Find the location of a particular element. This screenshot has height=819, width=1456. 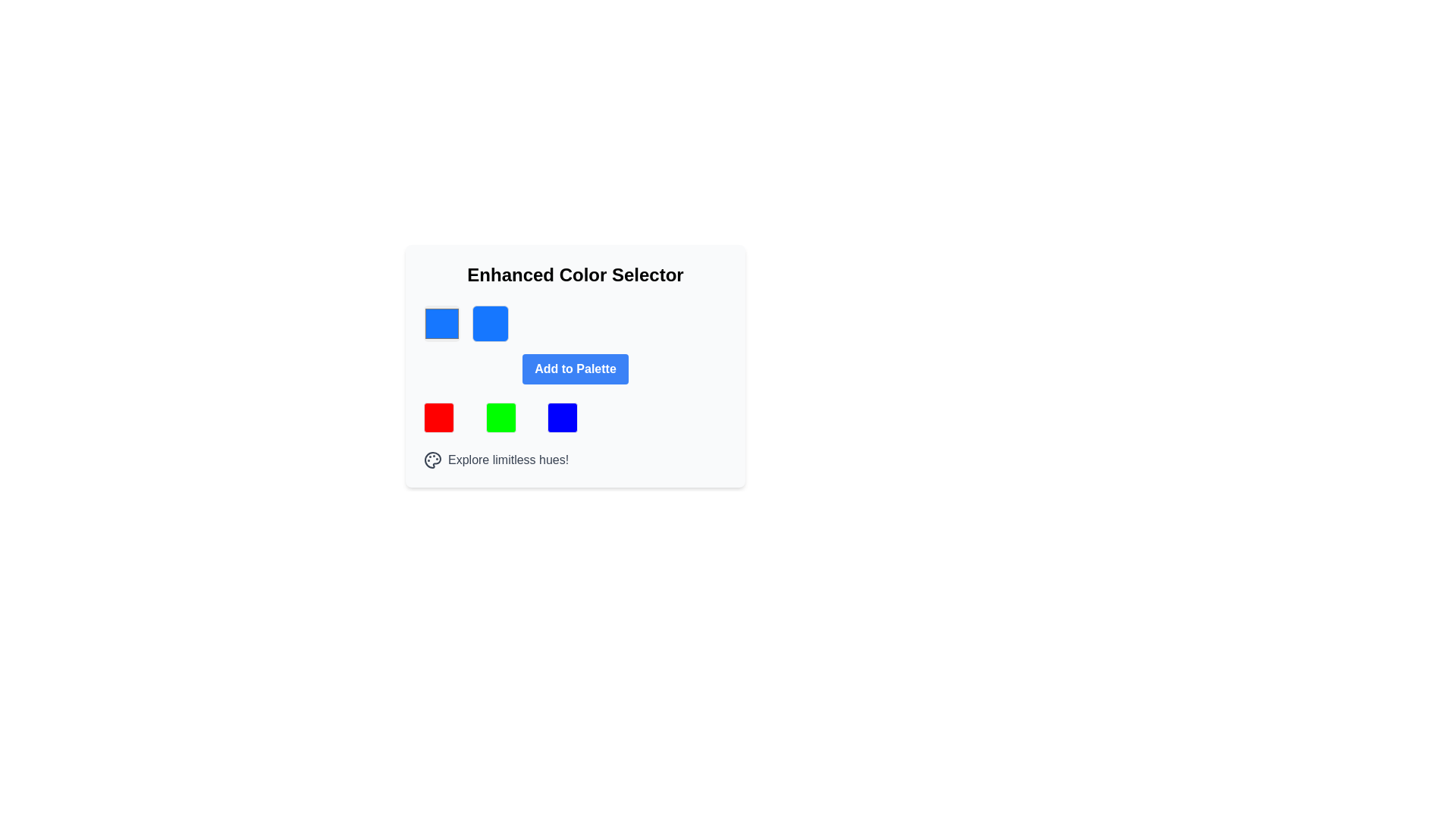

the button for adding a selected color to the palette located in the 'Enhanced Color Selector' section to trigger the hover effect is located at coordinates (574, 366).